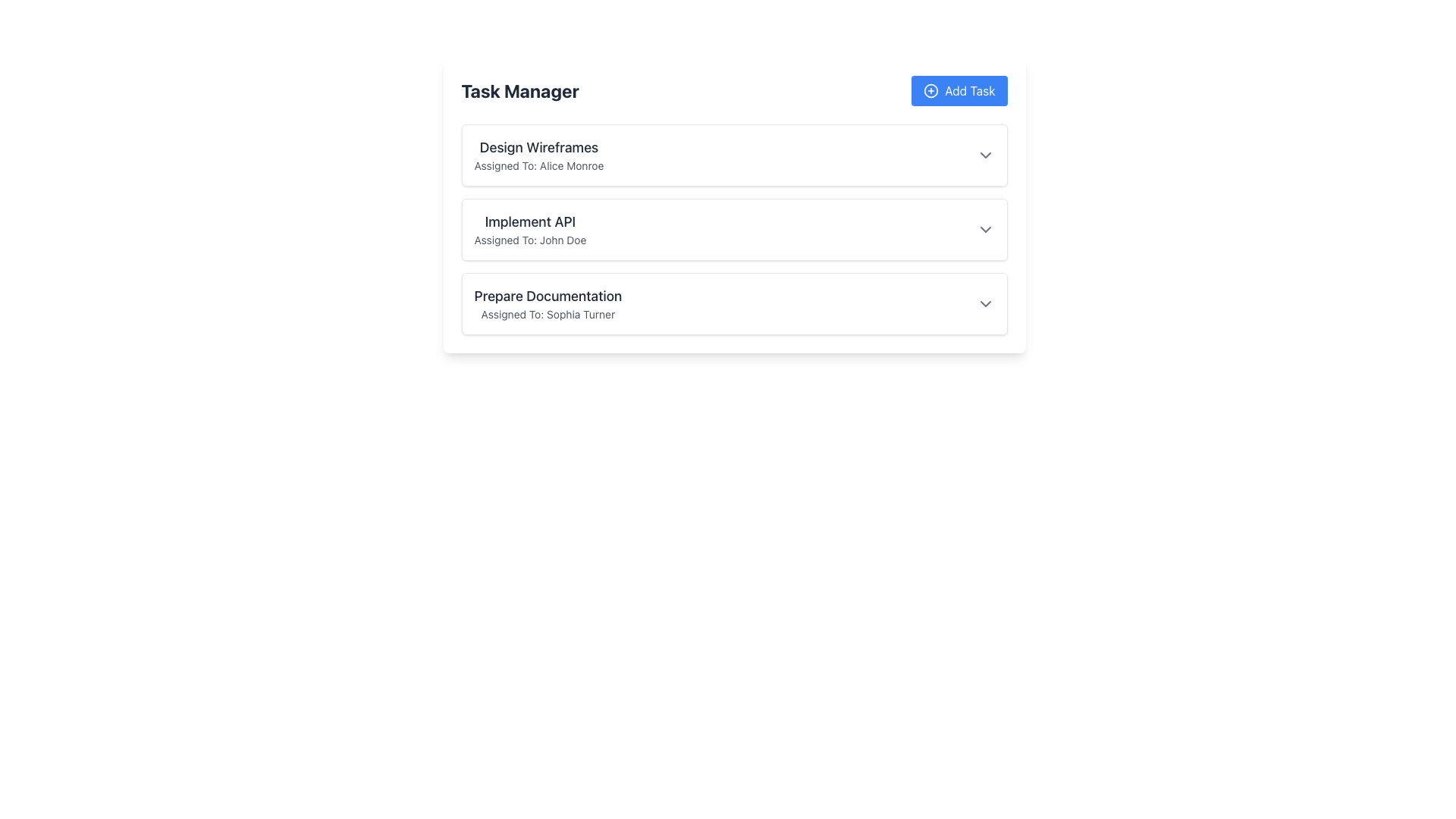 The image size is (1456, 819). I want to click on the card labeled 'Implement API', so click(734, 230).